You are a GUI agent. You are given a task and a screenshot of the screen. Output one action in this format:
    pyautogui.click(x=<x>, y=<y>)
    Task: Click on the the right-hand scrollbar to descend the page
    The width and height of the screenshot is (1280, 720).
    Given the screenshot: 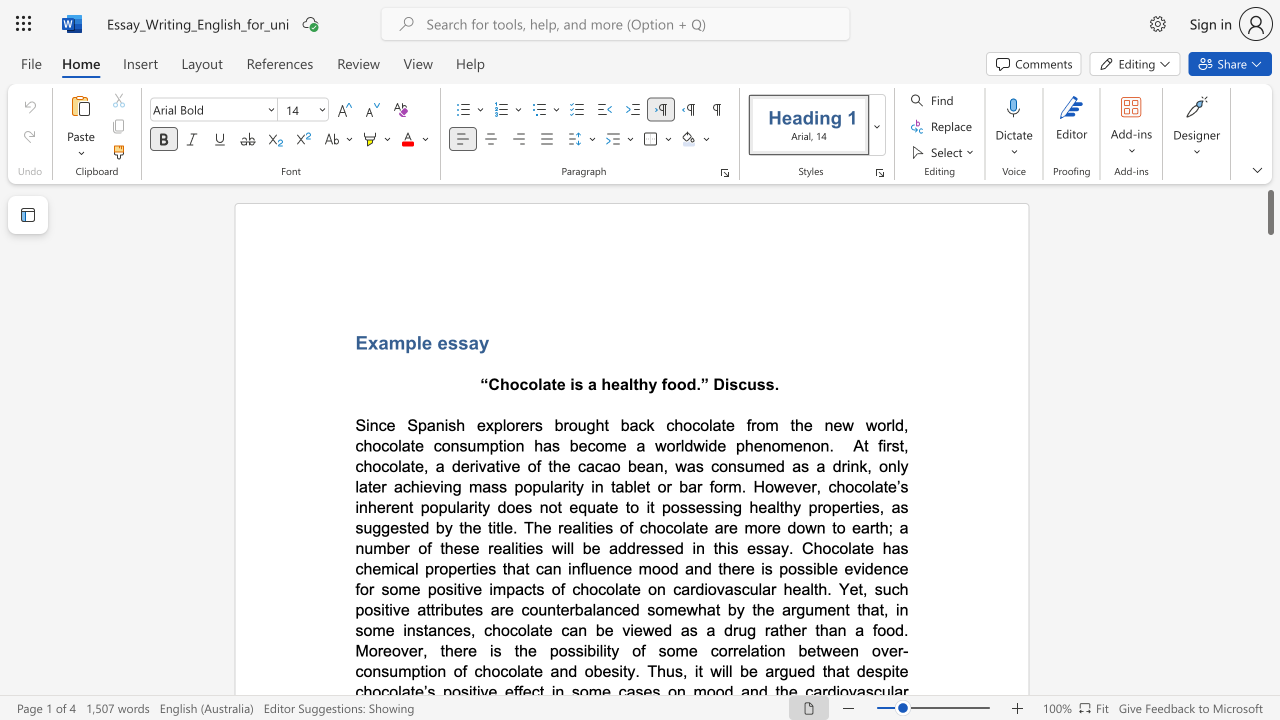 What is the action you would take?
    pyautogui.click(x=1269, y=630)
    